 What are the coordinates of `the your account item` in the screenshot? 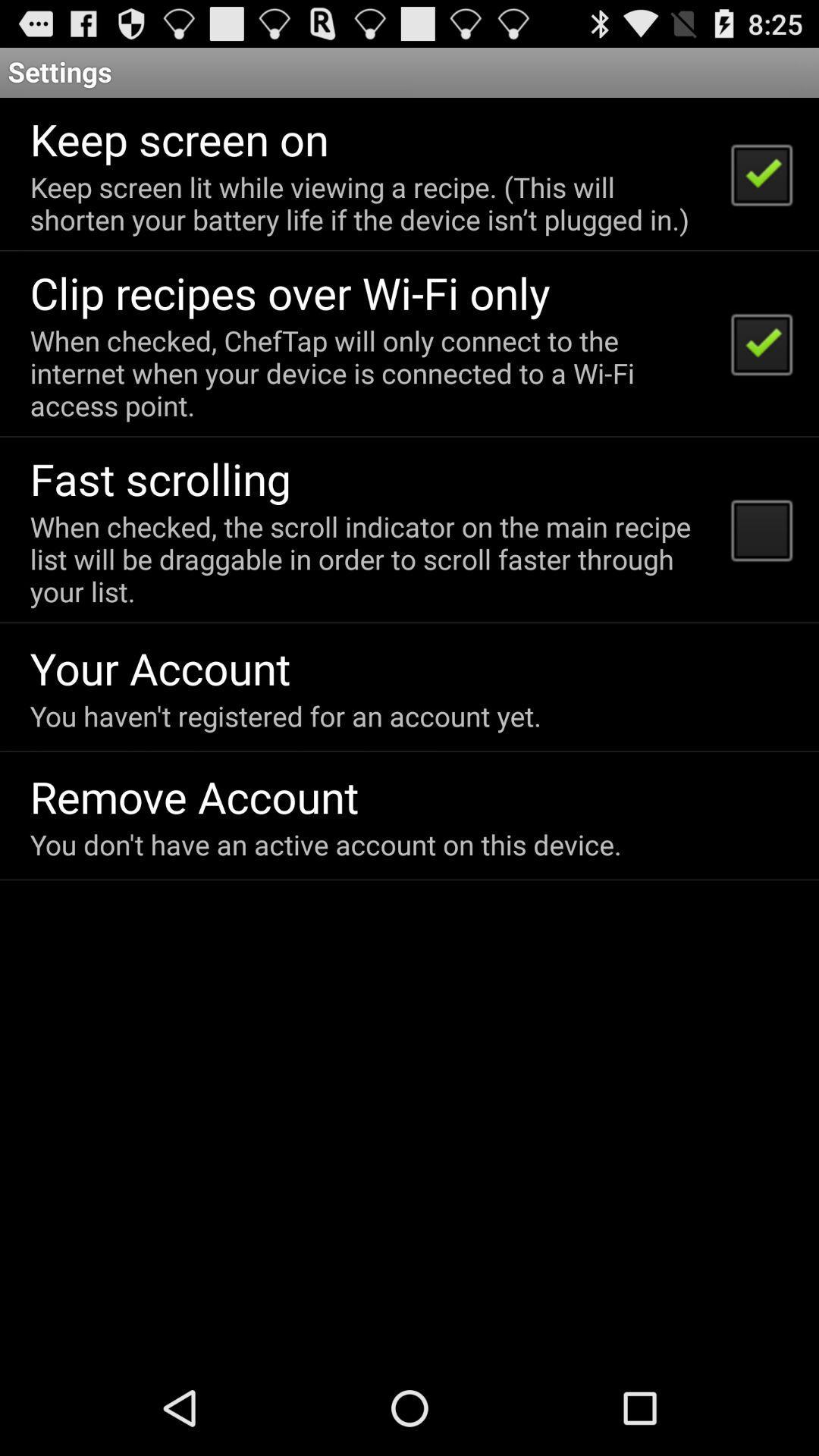 It's located at (160, 667).